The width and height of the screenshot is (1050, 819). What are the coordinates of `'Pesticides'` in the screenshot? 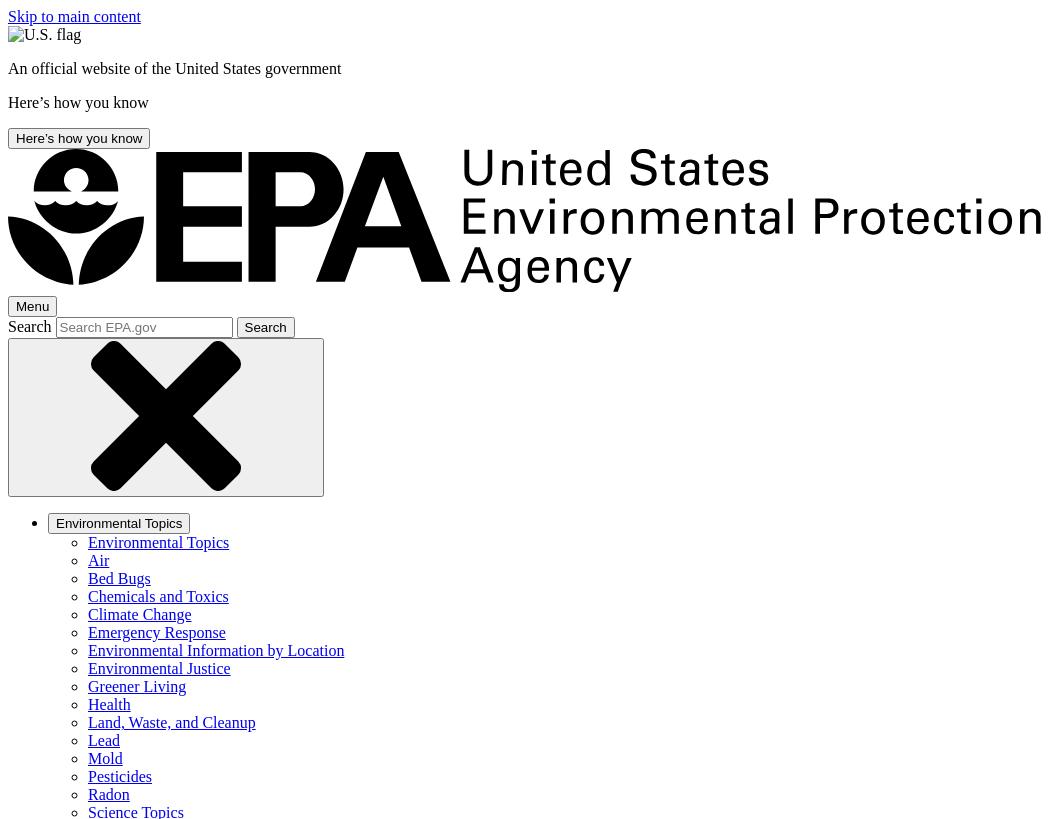 It's located at (119, 776).